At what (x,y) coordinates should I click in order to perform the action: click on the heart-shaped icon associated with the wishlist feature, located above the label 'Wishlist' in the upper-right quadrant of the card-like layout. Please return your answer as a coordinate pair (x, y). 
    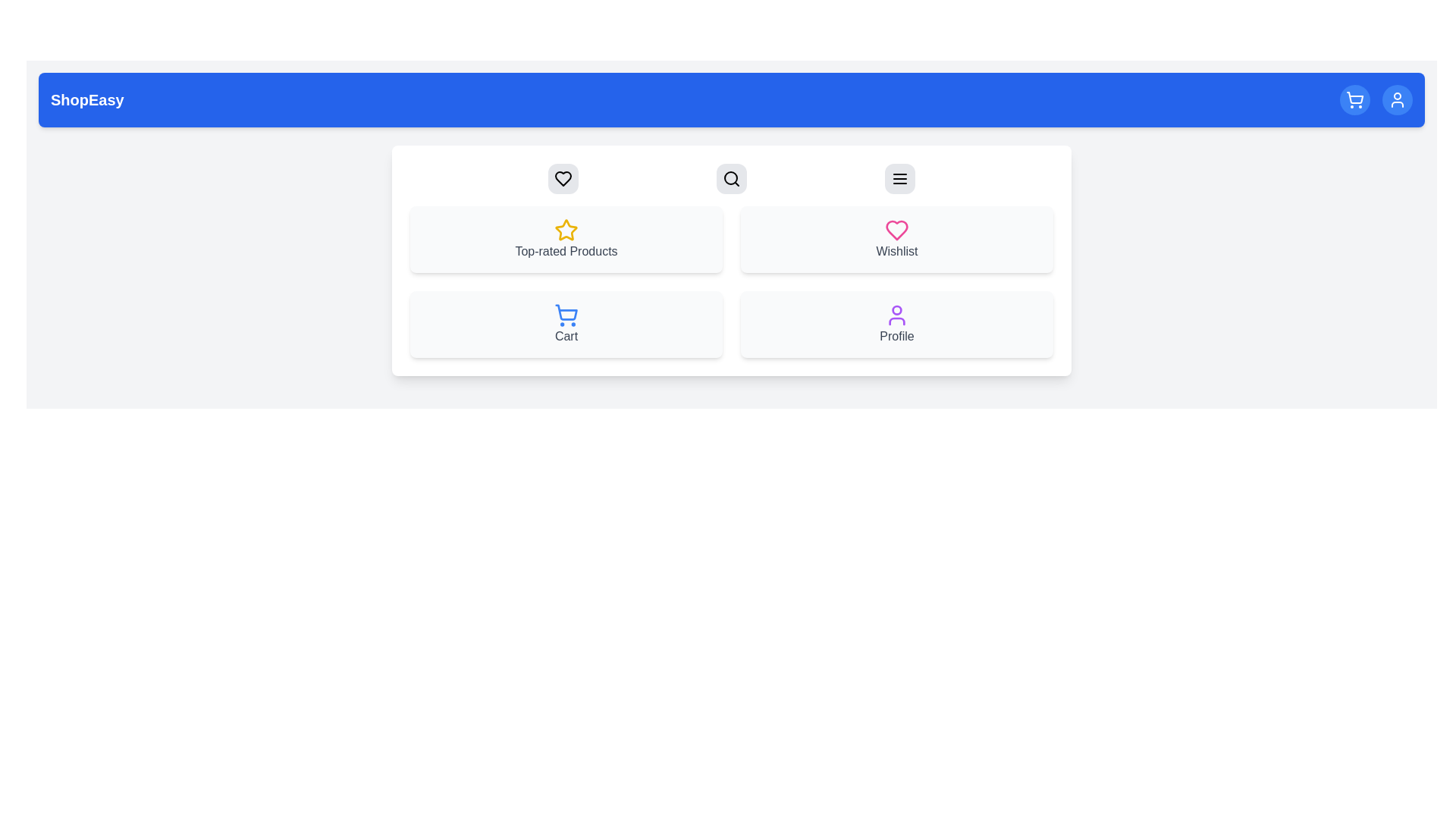
    Looking at the image, I should click on (563, 177).